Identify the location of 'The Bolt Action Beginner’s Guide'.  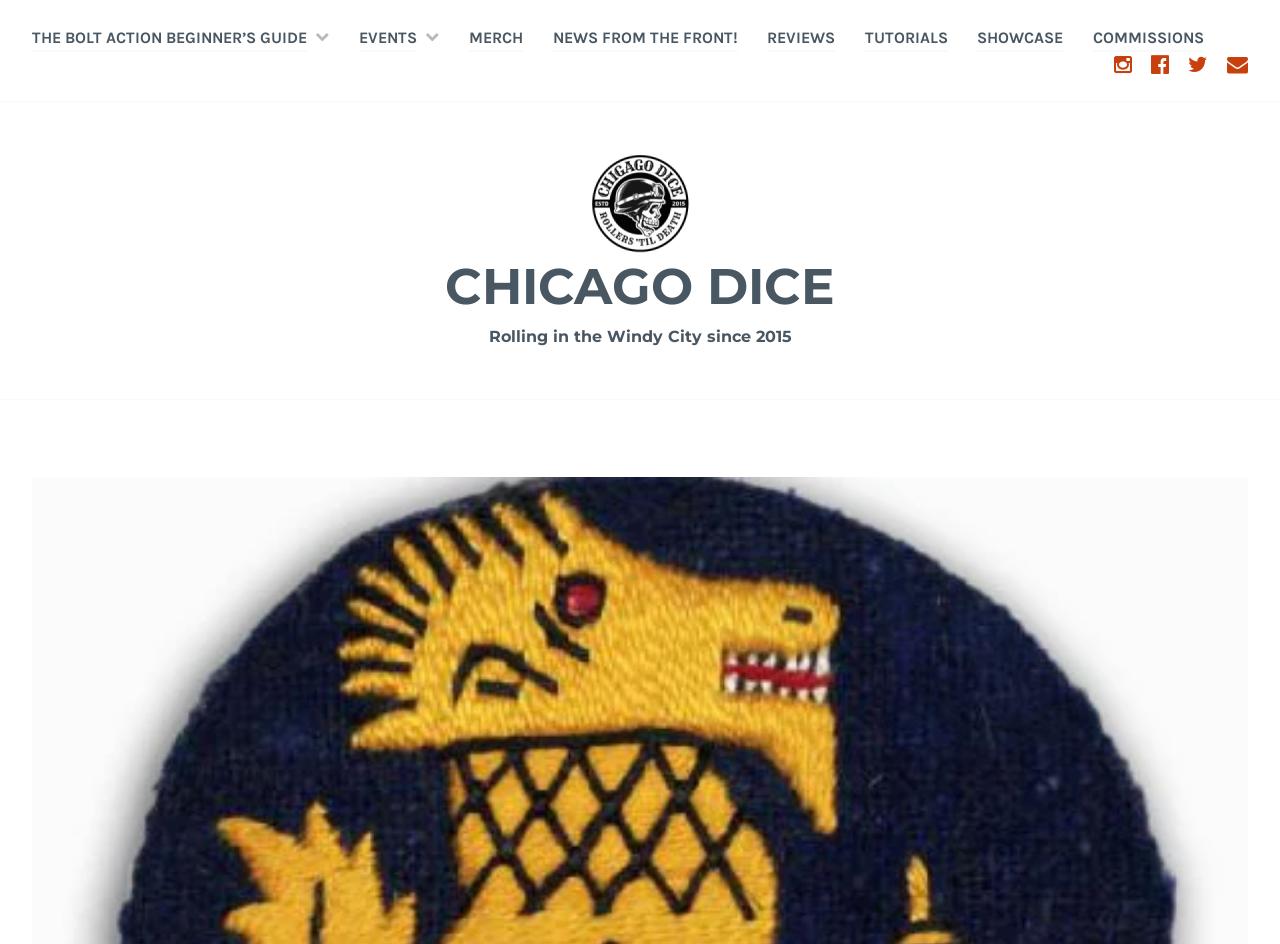
(169, 36).